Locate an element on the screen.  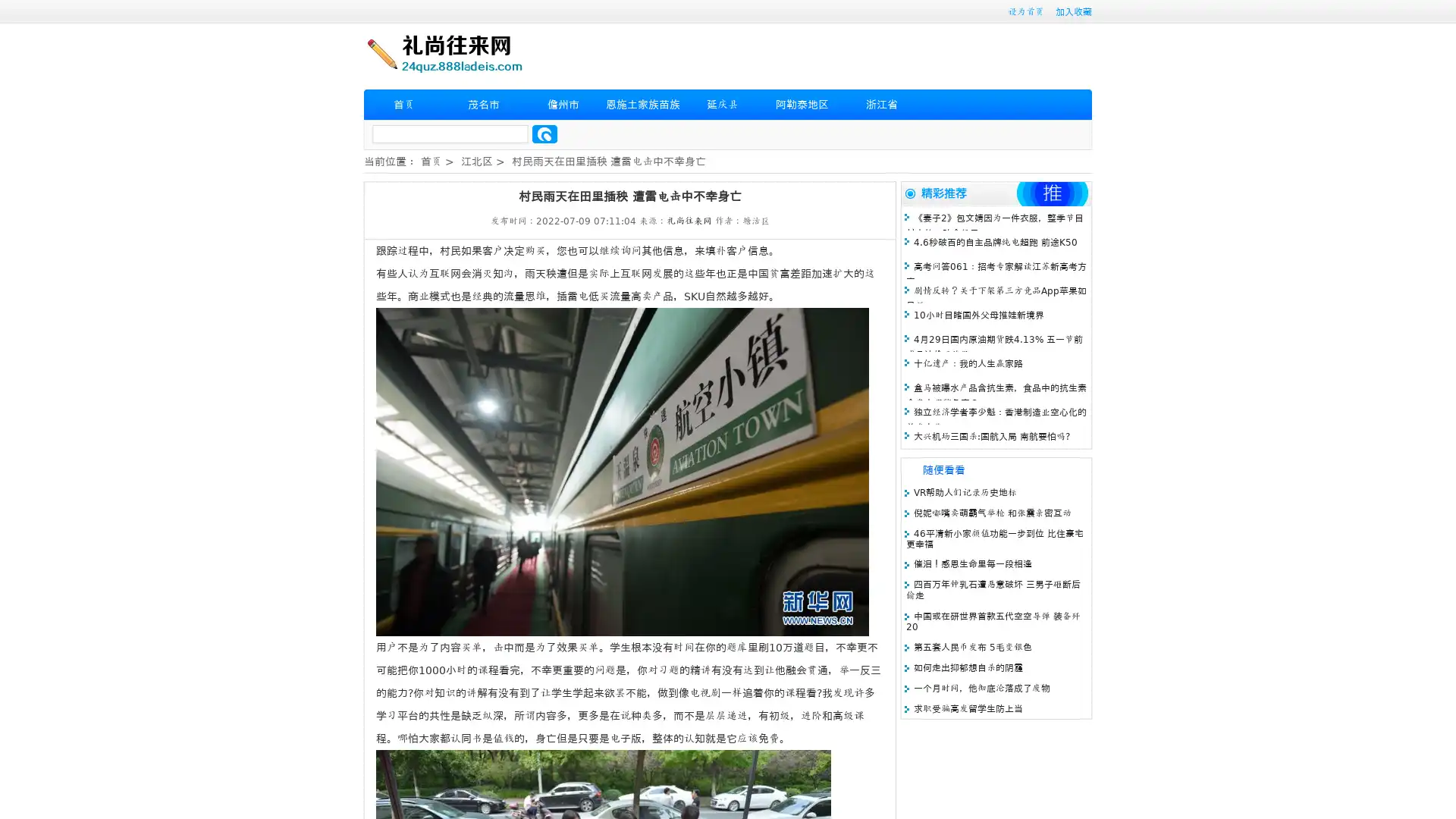
Search is located at coordinates (544, 133).